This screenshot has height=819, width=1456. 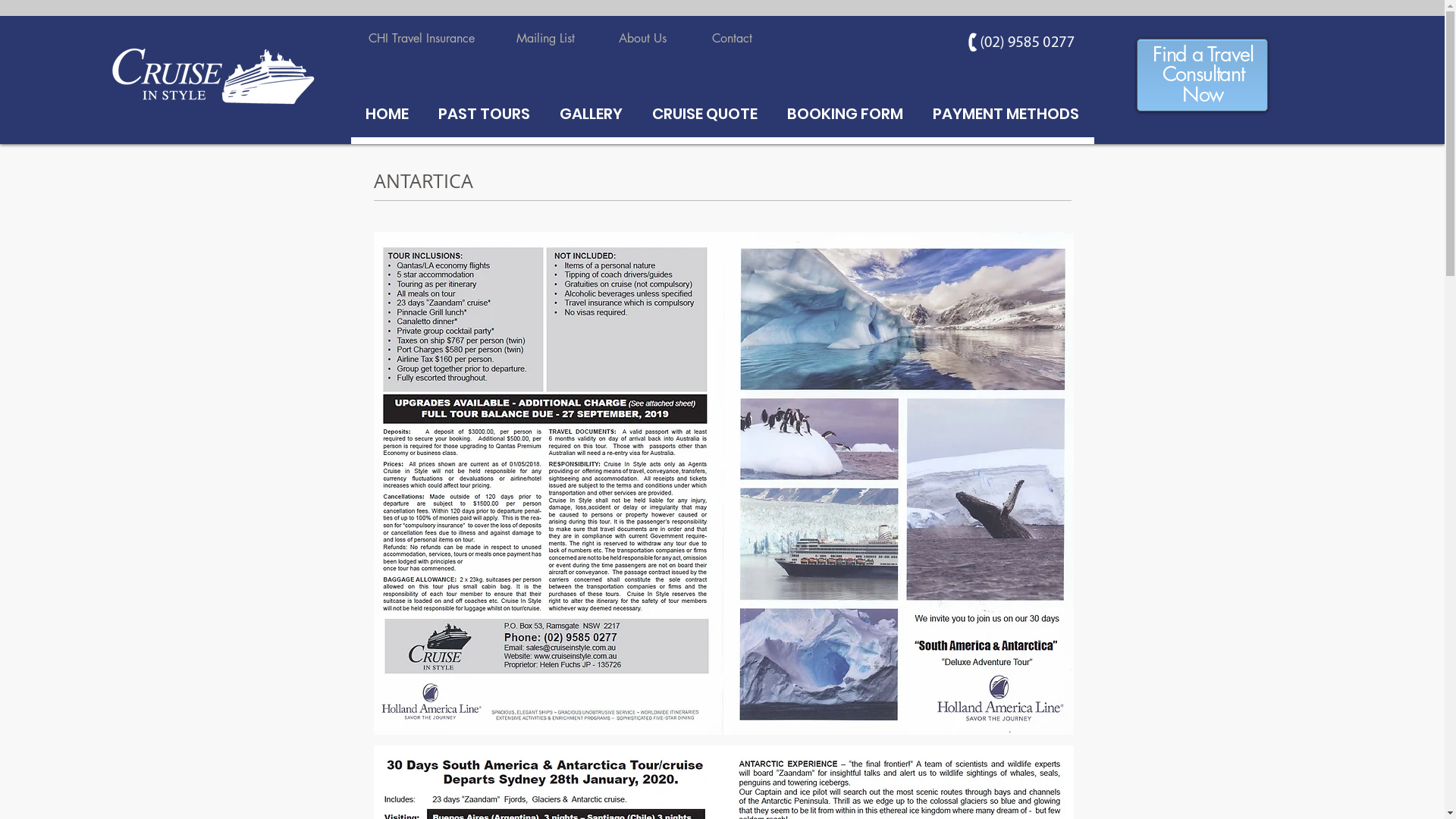 I want to click on 'PAYMENT METHODS', so click(x=1005, y=113).